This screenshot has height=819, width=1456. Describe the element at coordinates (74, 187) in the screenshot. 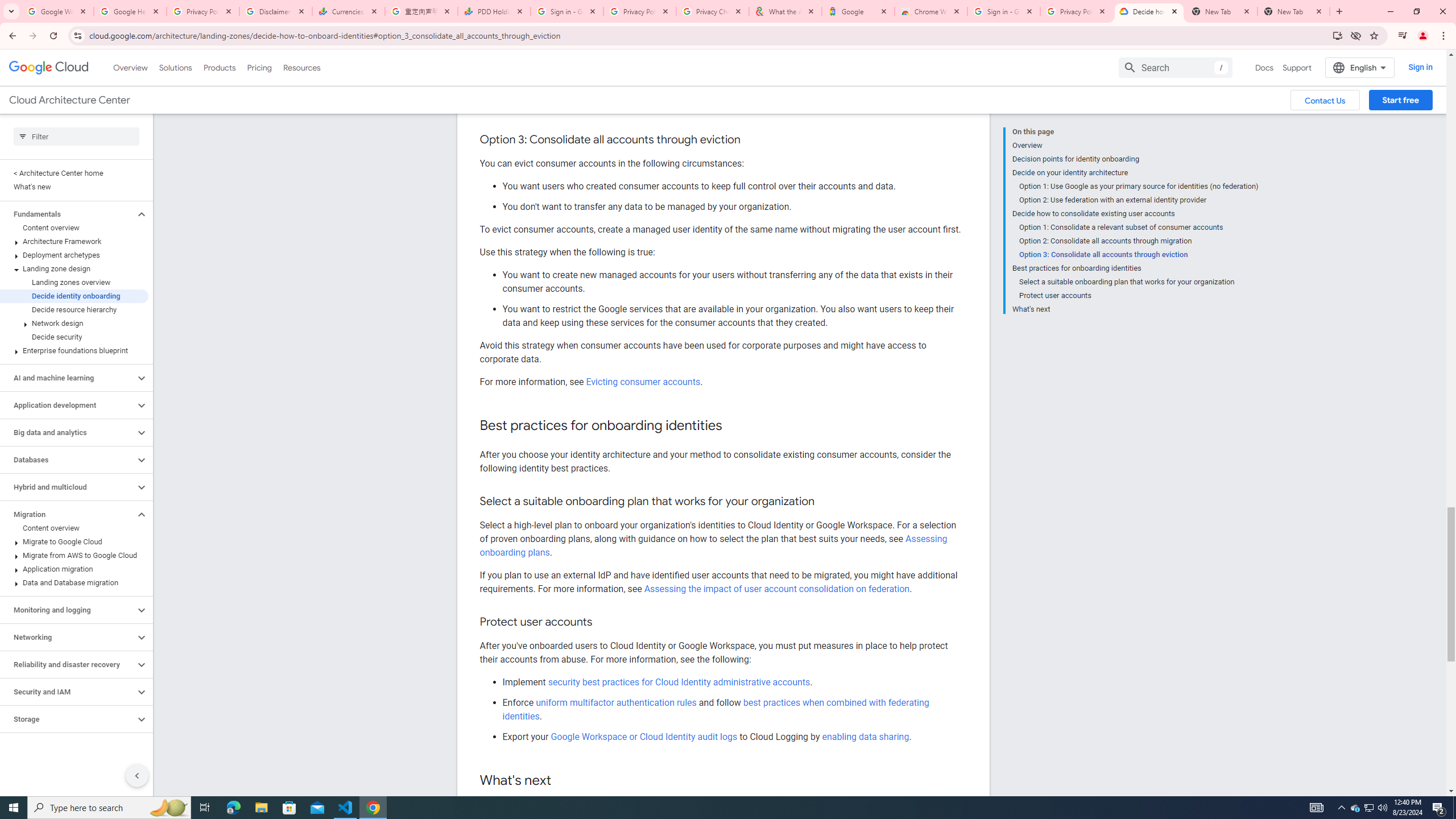

I see `'What'` at that location.